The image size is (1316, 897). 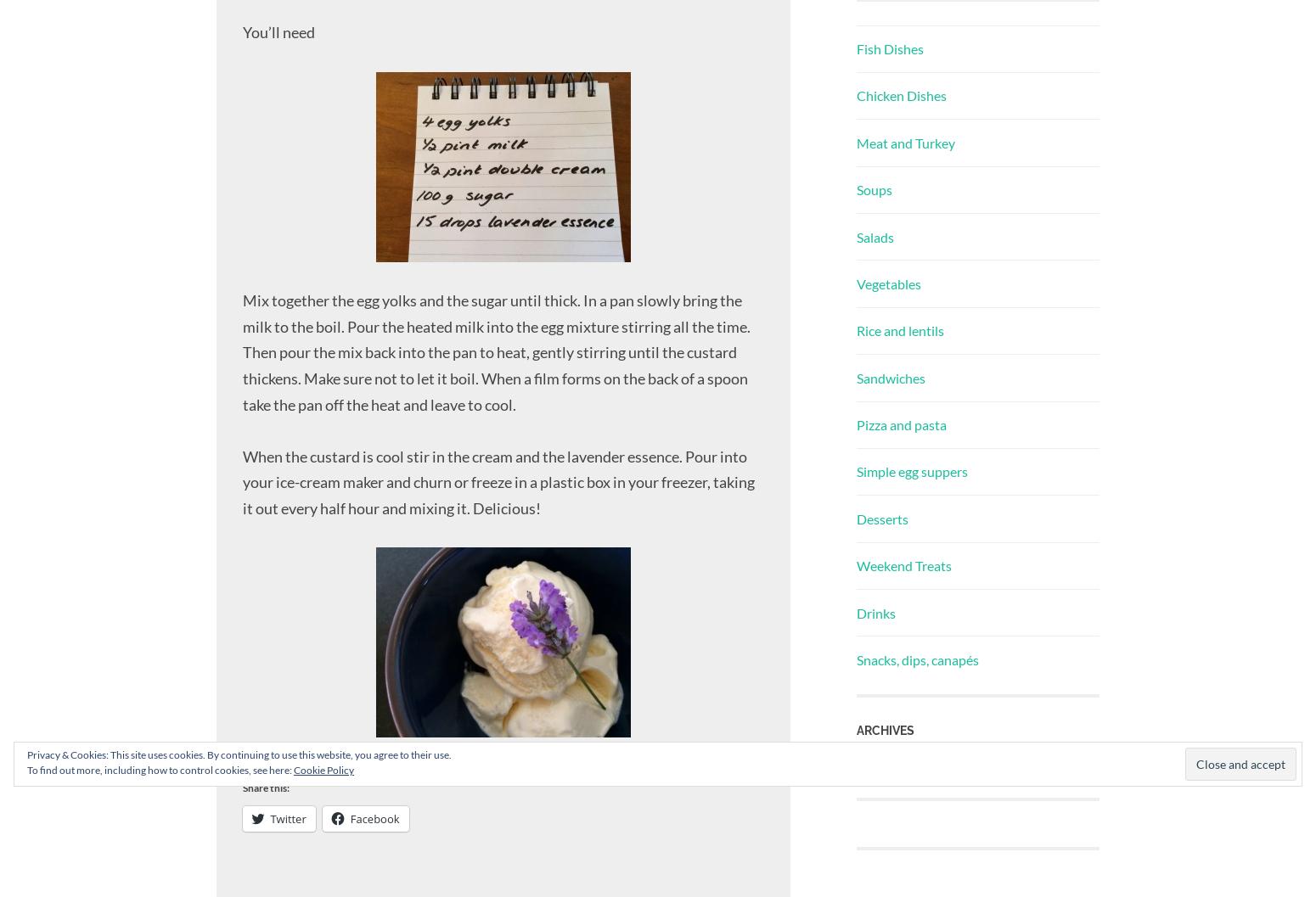 I want to click on 'Soups', so click(x=874, y=189).